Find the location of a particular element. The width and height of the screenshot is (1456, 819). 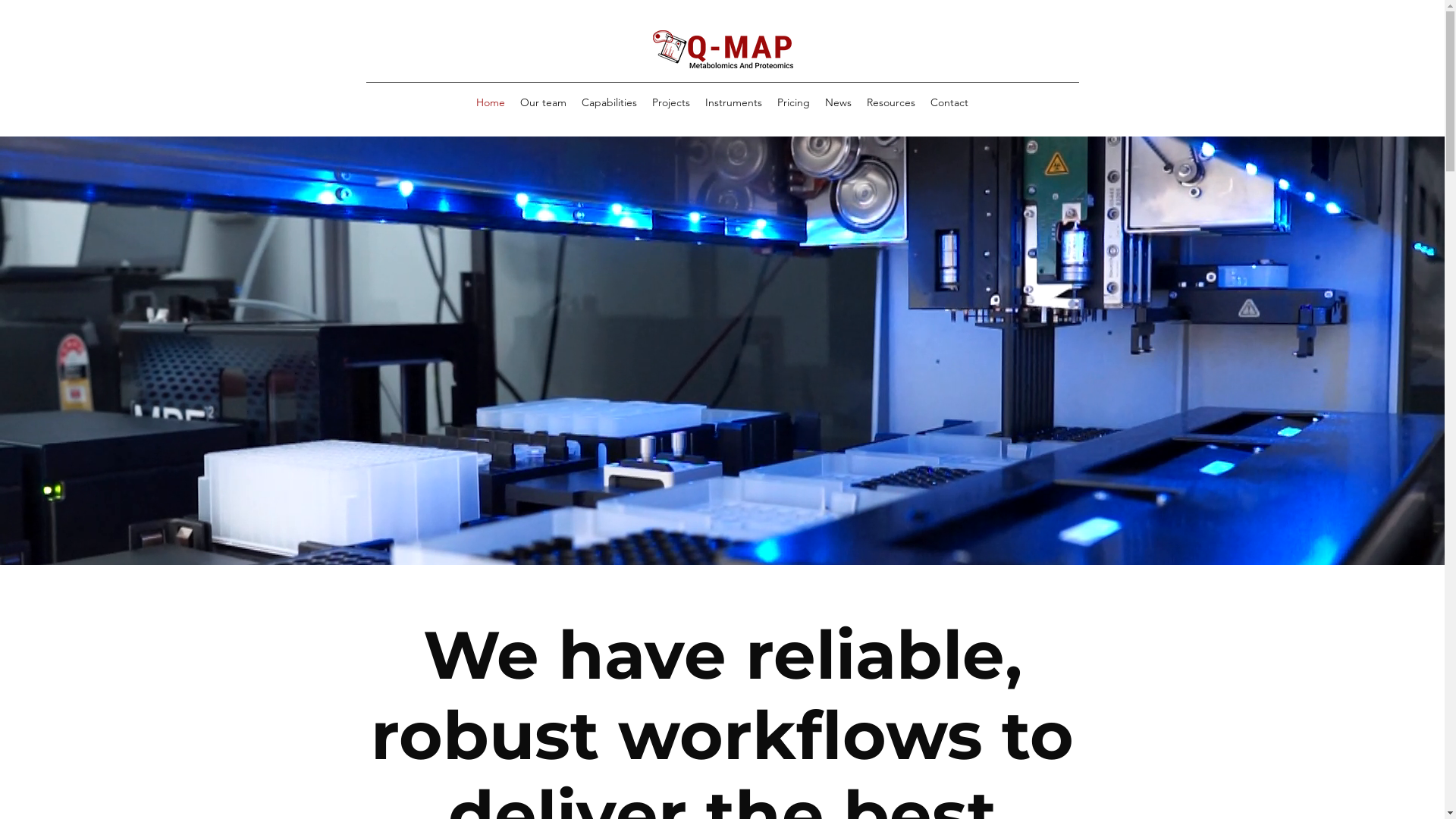

'Contact' is located at coordinates (949, 102).